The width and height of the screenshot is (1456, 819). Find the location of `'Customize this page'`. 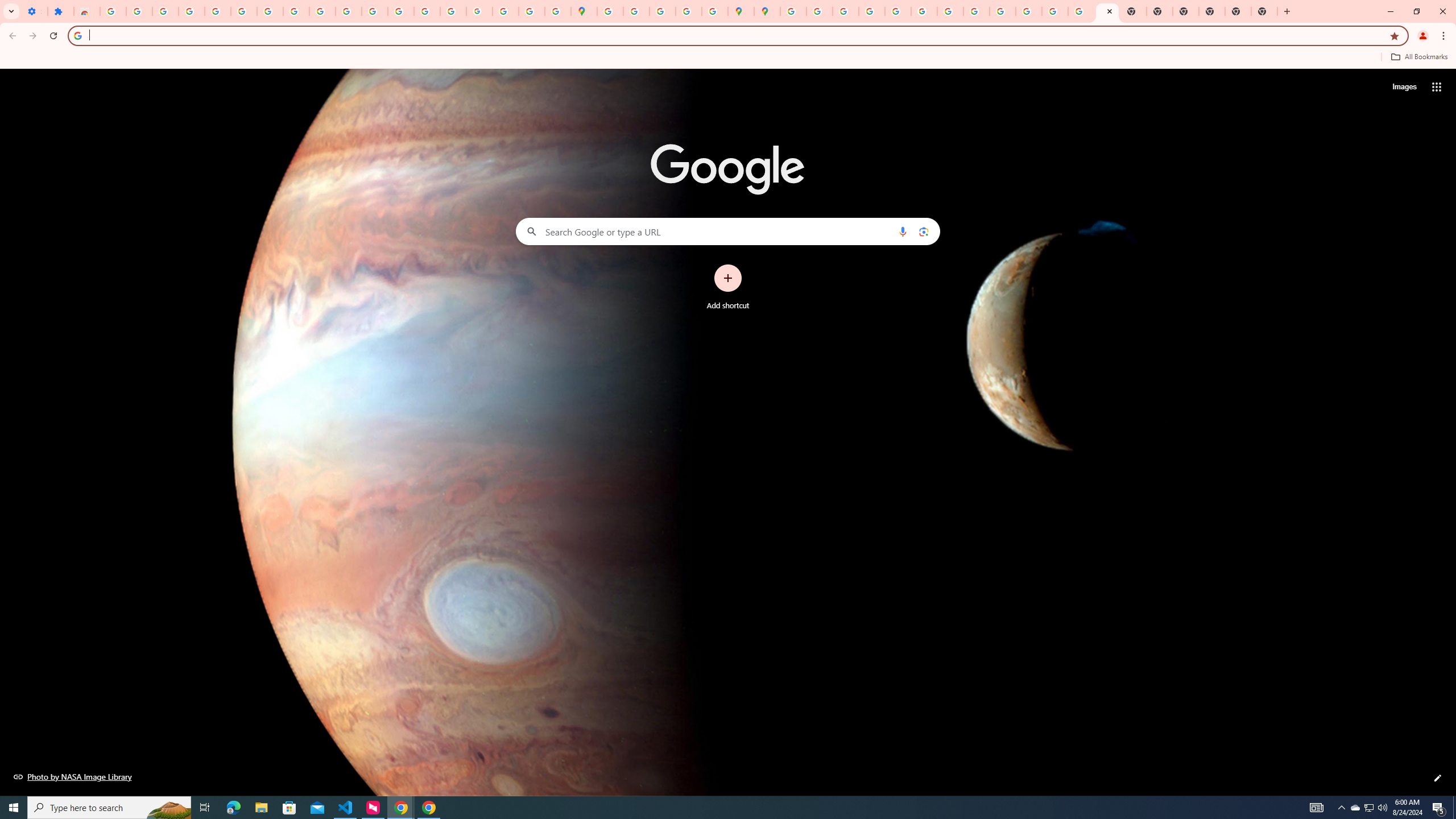

'Customize this page' is located at coordinates (1437, 777).